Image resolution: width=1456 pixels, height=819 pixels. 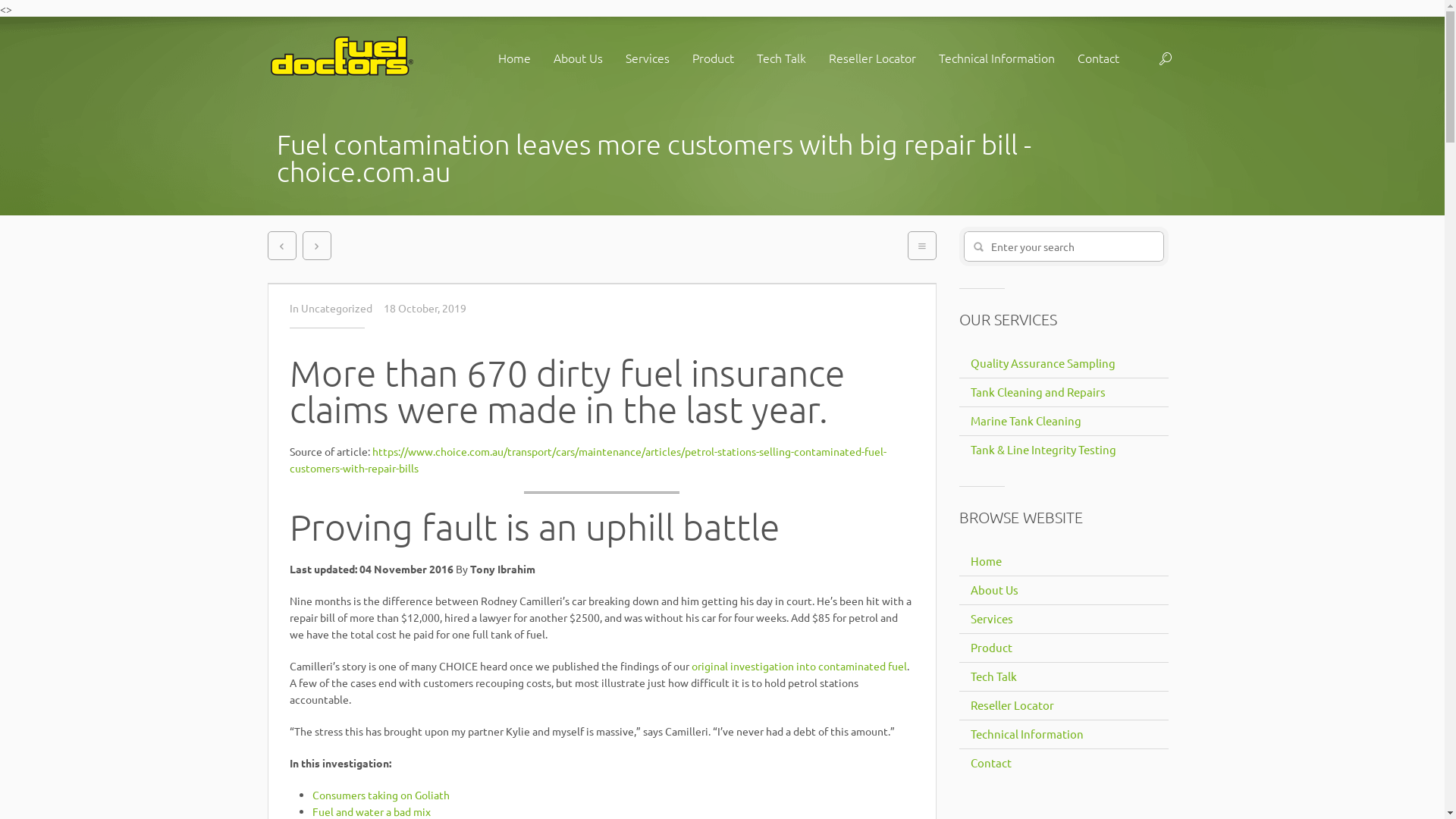 I want to click on 'Fuel and water a bad mix', so click(x=312, y=810).